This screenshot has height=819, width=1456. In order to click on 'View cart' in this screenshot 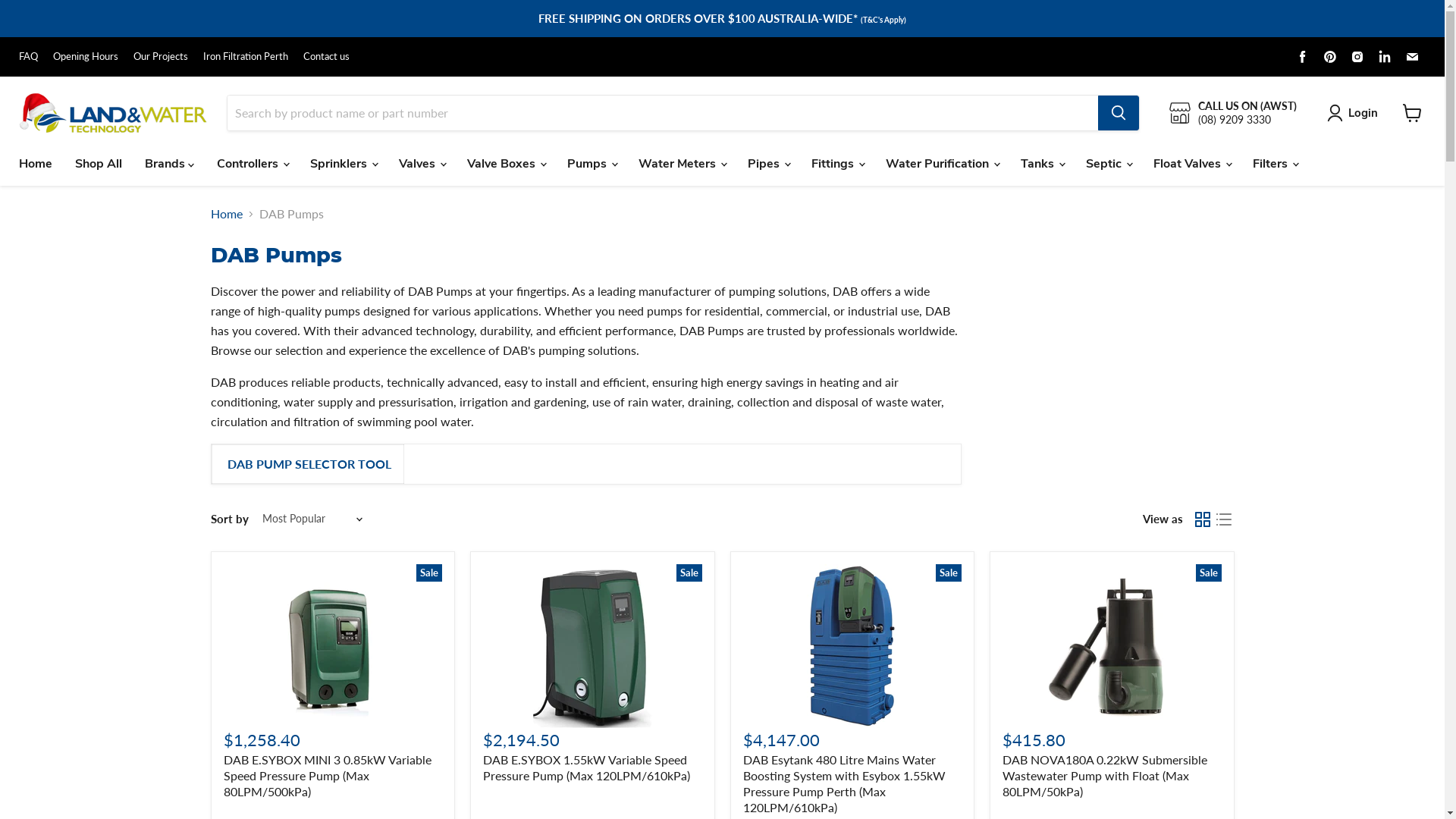, I will do `click(1411, 112)`.